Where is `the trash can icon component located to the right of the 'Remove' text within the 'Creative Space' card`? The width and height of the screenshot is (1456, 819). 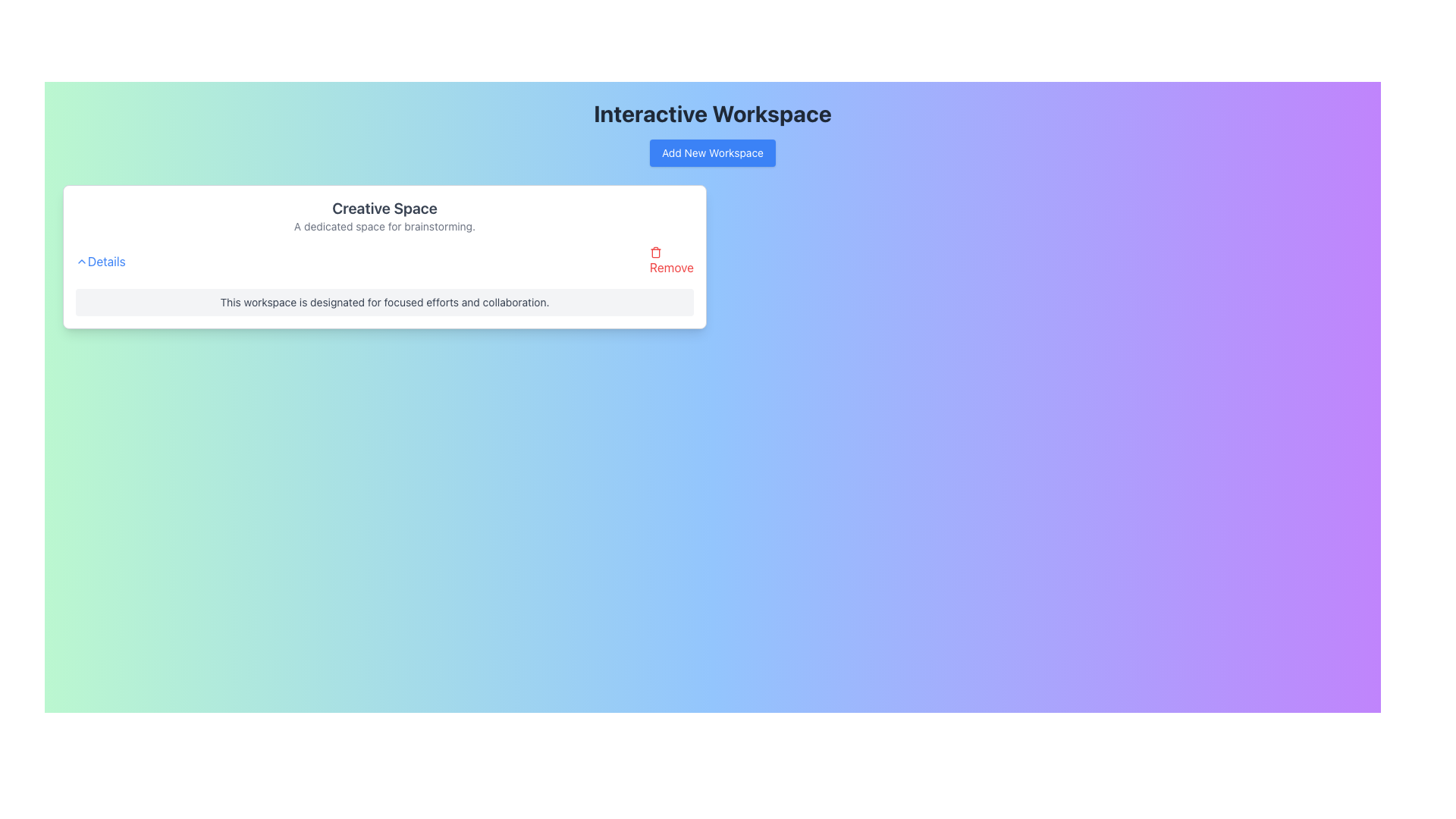
the trash can icon component located to the right of the 'Remove' text within the 'Creative Space' card is located at coordinates (655, 253).